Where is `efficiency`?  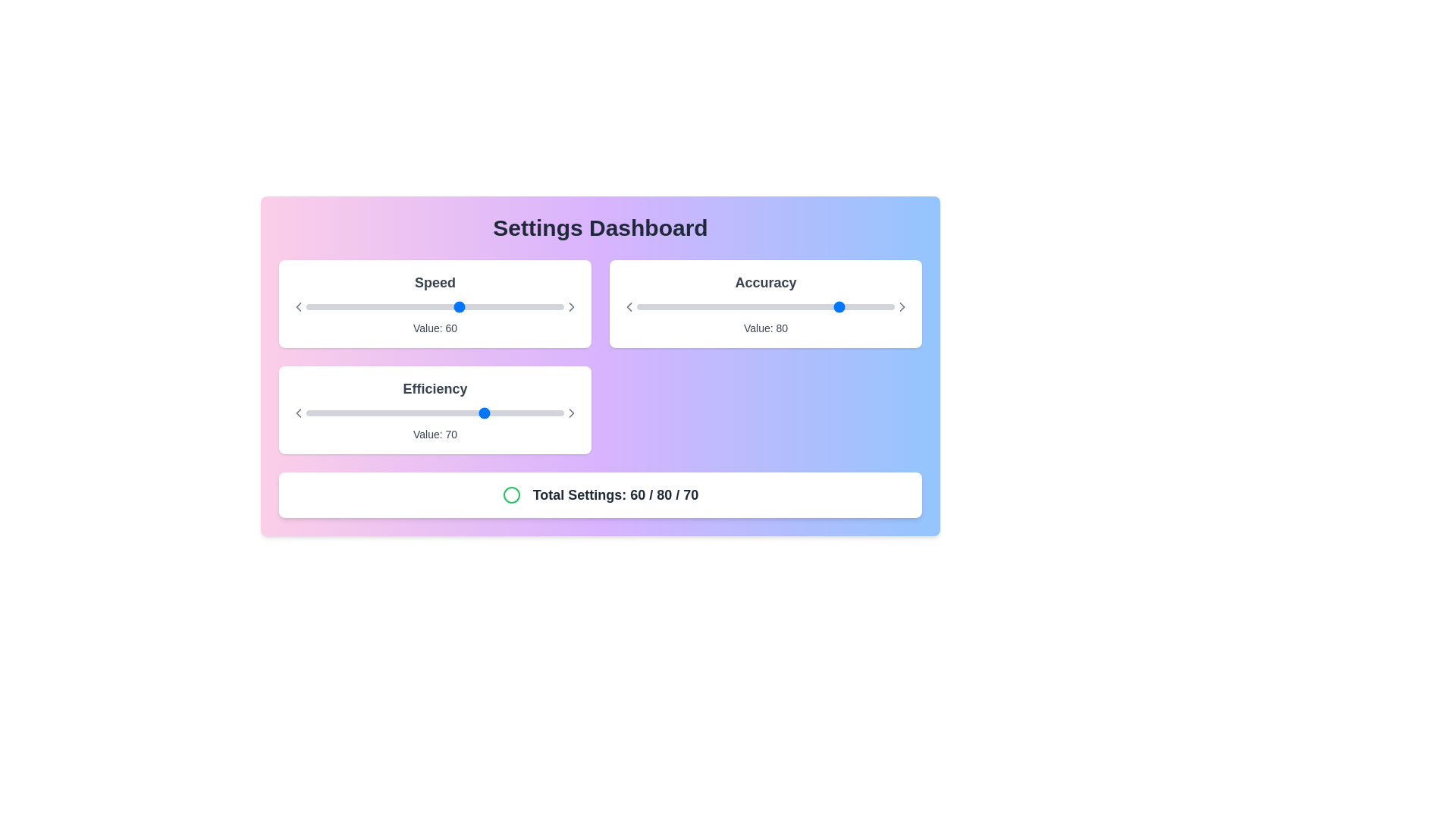 efficiency is located at coordinates (429, 413).